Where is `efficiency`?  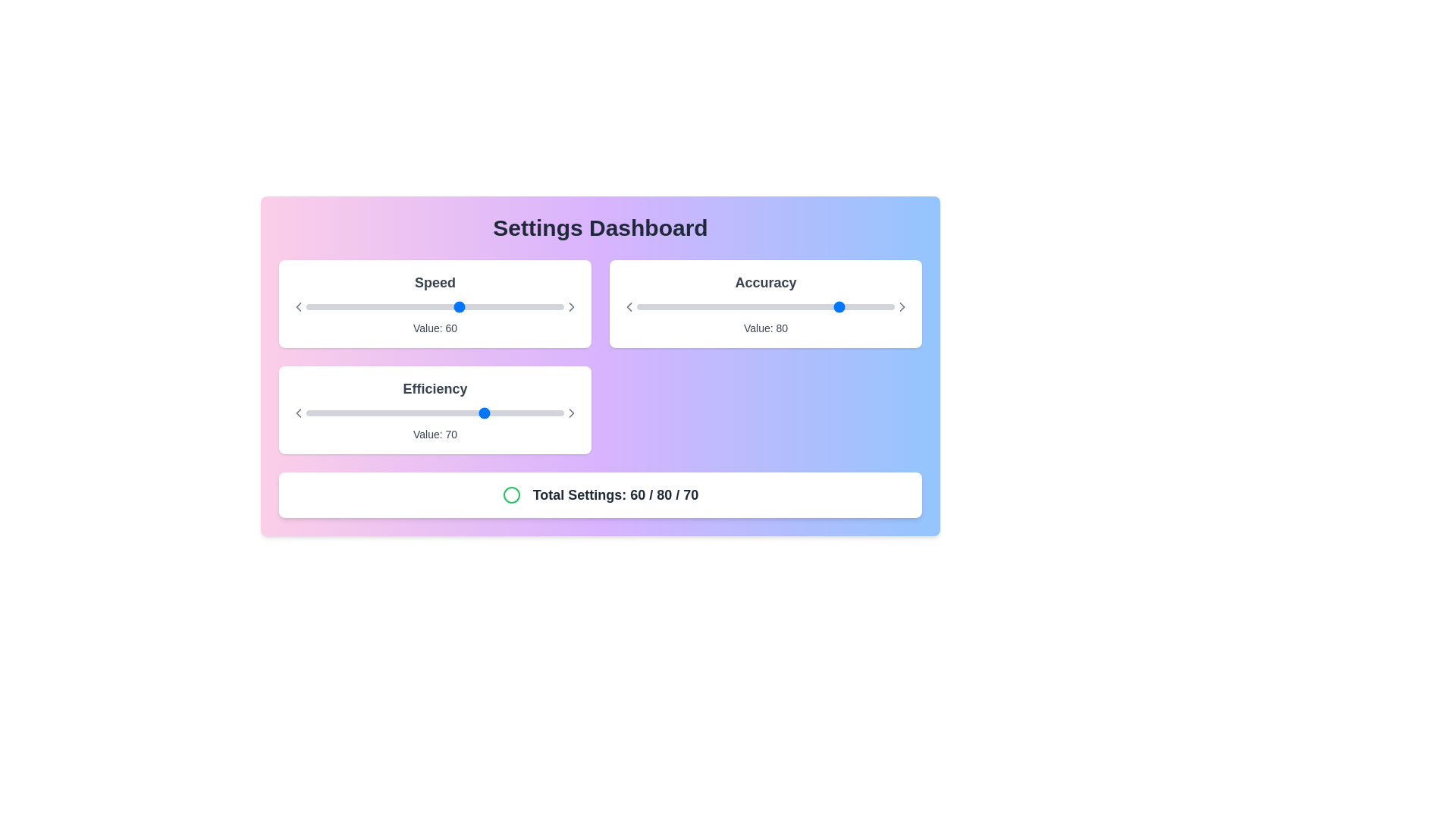 efficiency is located at coordinates (429, 413).